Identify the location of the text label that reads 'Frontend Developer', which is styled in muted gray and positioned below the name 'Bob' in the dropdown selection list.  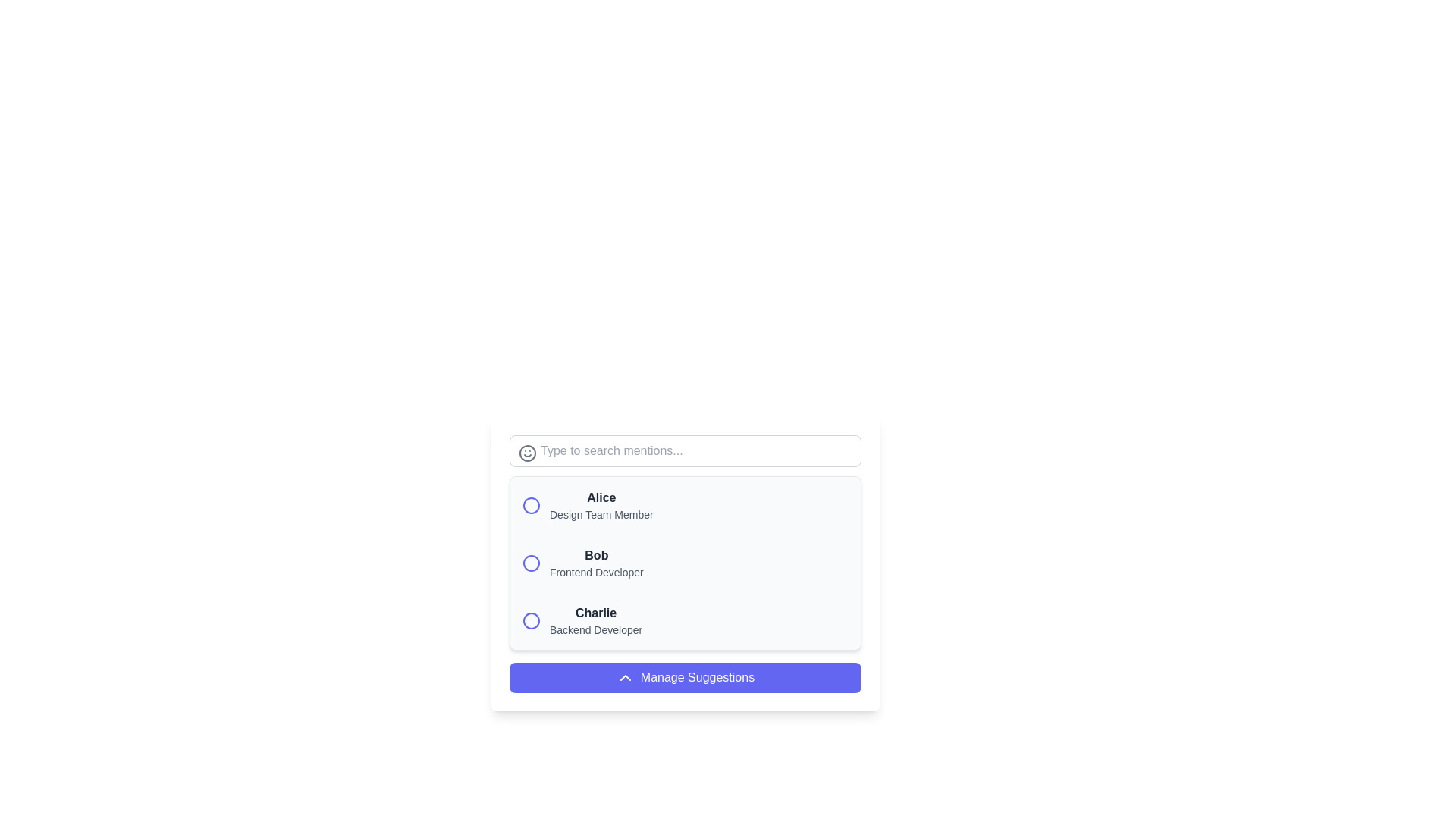
(595, 573).